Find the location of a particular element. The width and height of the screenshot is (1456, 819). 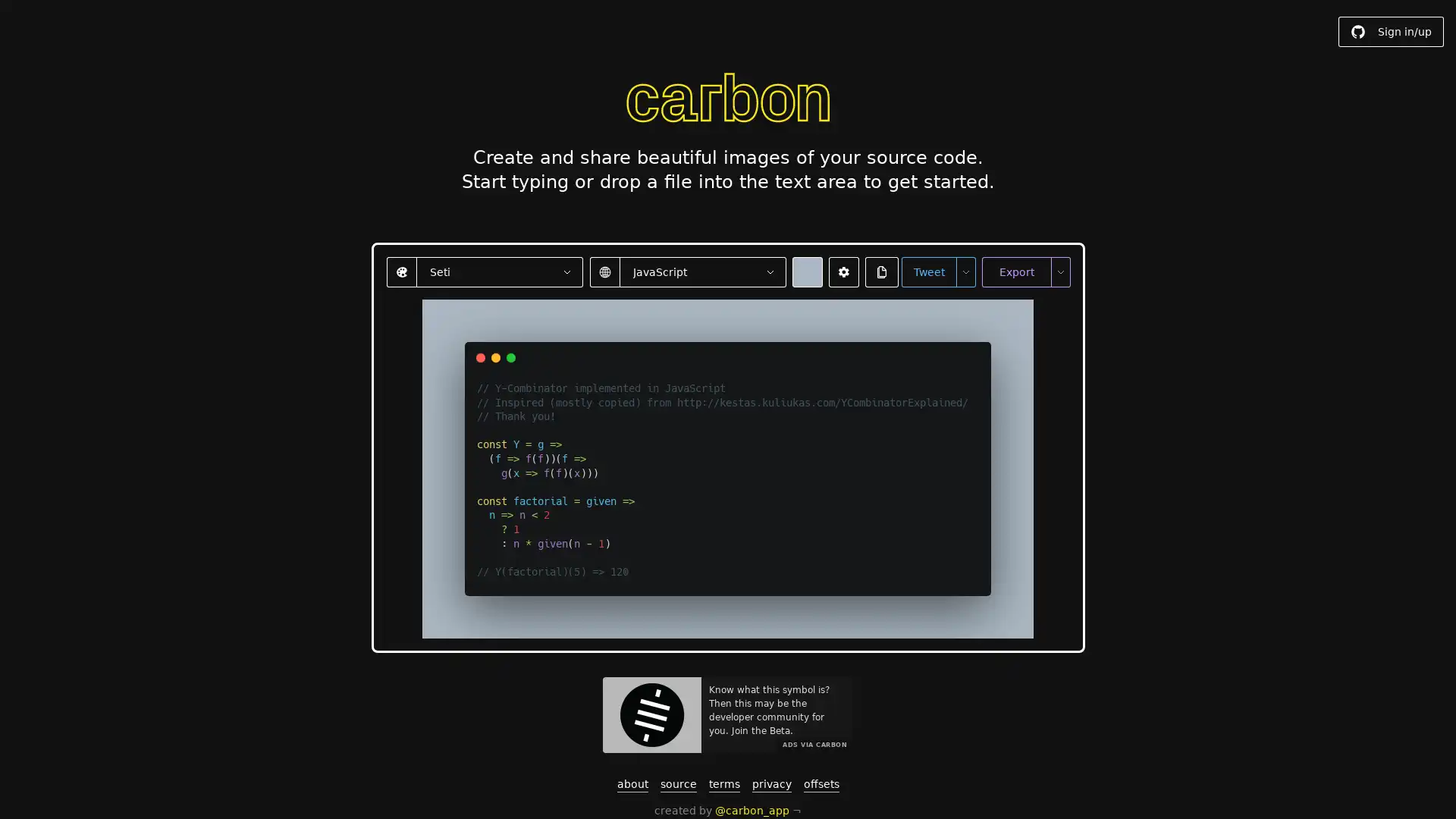

Export menu dropdown is located at coordinates (1059, 271).